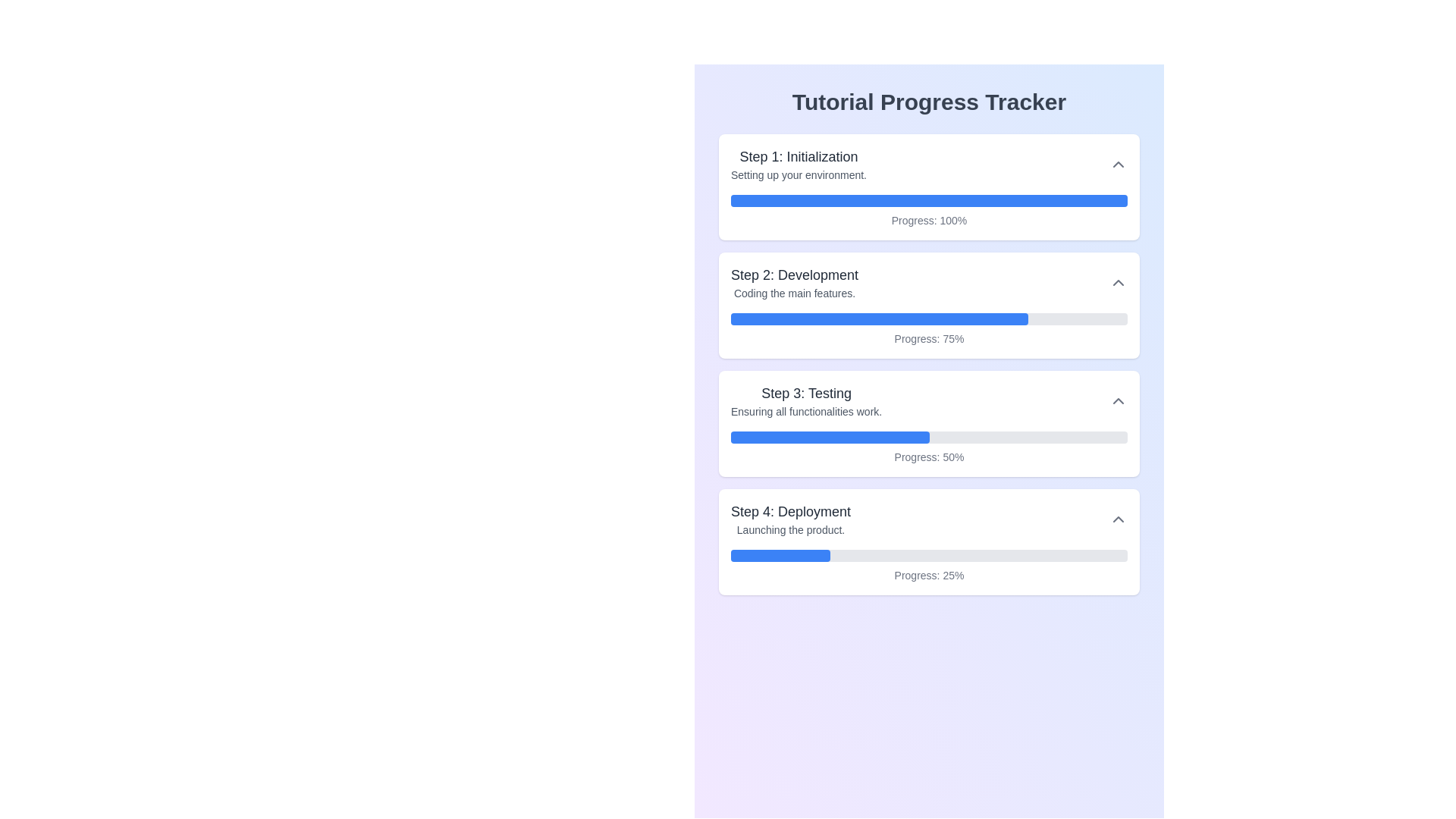 This screenshot has height=819, width=1456. I want to click on the upward-facing arrow icon located to the right of 'Step 2: Development', so click(1118, 283).